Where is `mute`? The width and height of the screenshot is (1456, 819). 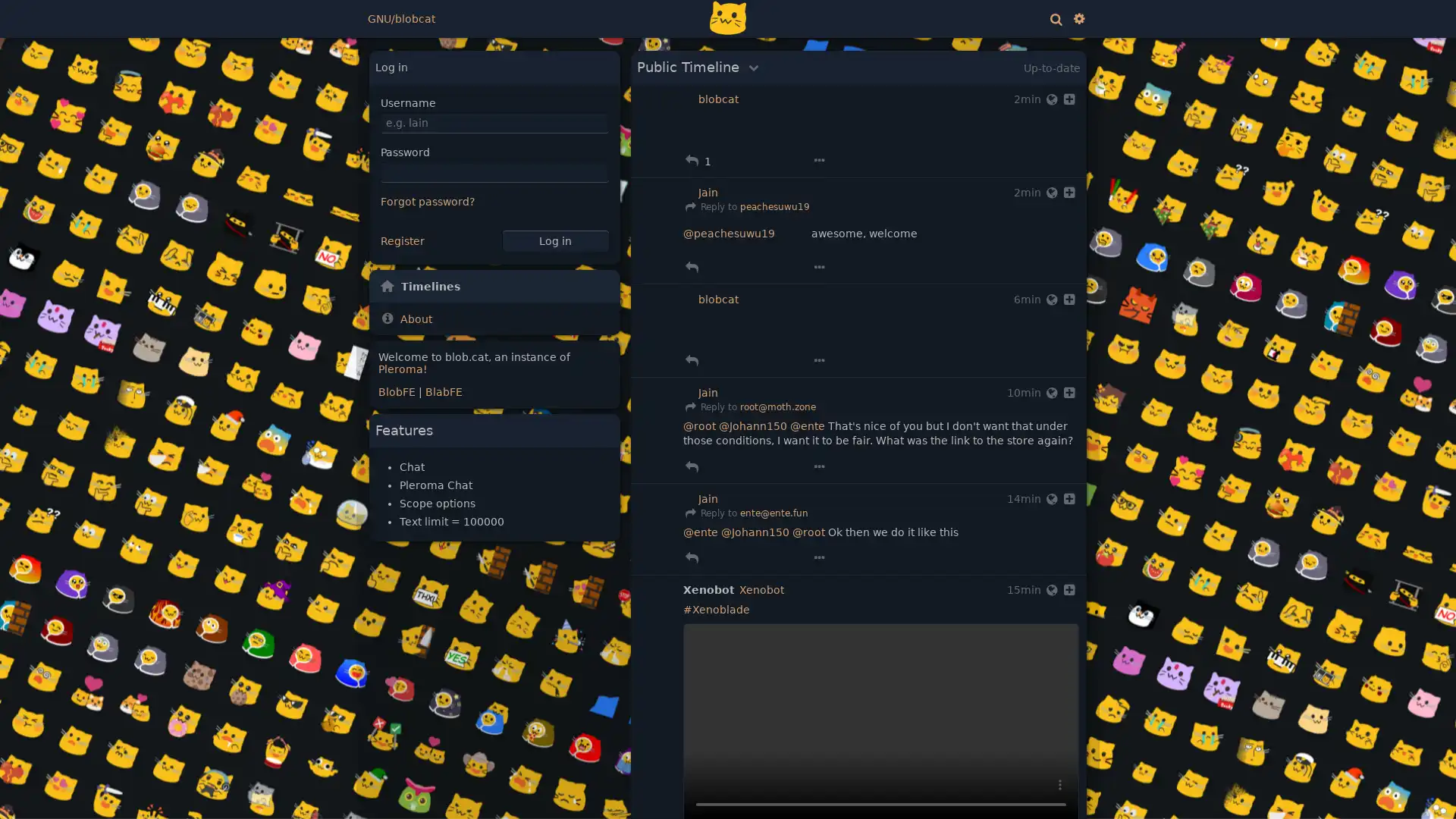 mute is located at coordinates (986, 783).